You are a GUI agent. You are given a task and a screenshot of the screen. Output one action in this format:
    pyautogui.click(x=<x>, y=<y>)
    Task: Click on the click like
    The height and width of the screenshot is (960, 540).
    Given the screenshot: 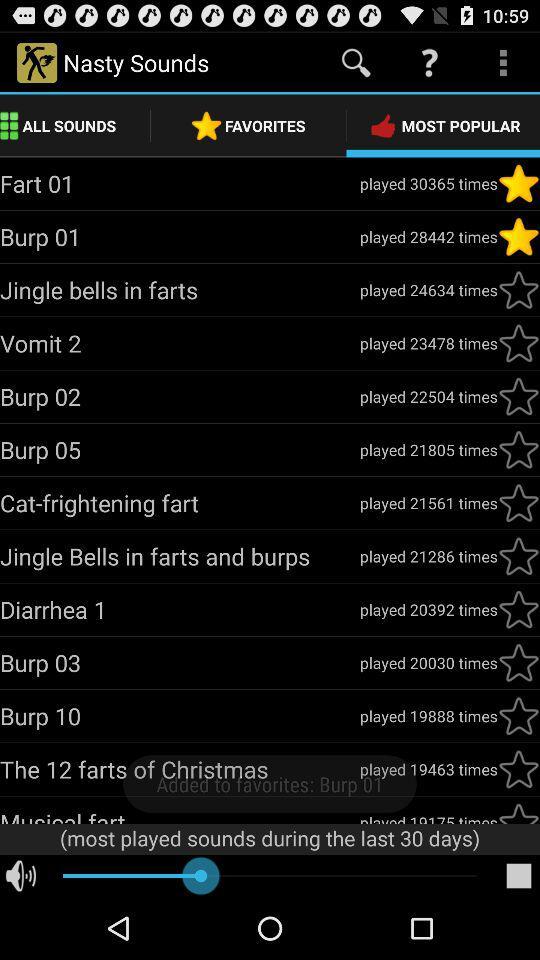 What is the action you would take?
    pyautogui.click(x=518, y=183)
    